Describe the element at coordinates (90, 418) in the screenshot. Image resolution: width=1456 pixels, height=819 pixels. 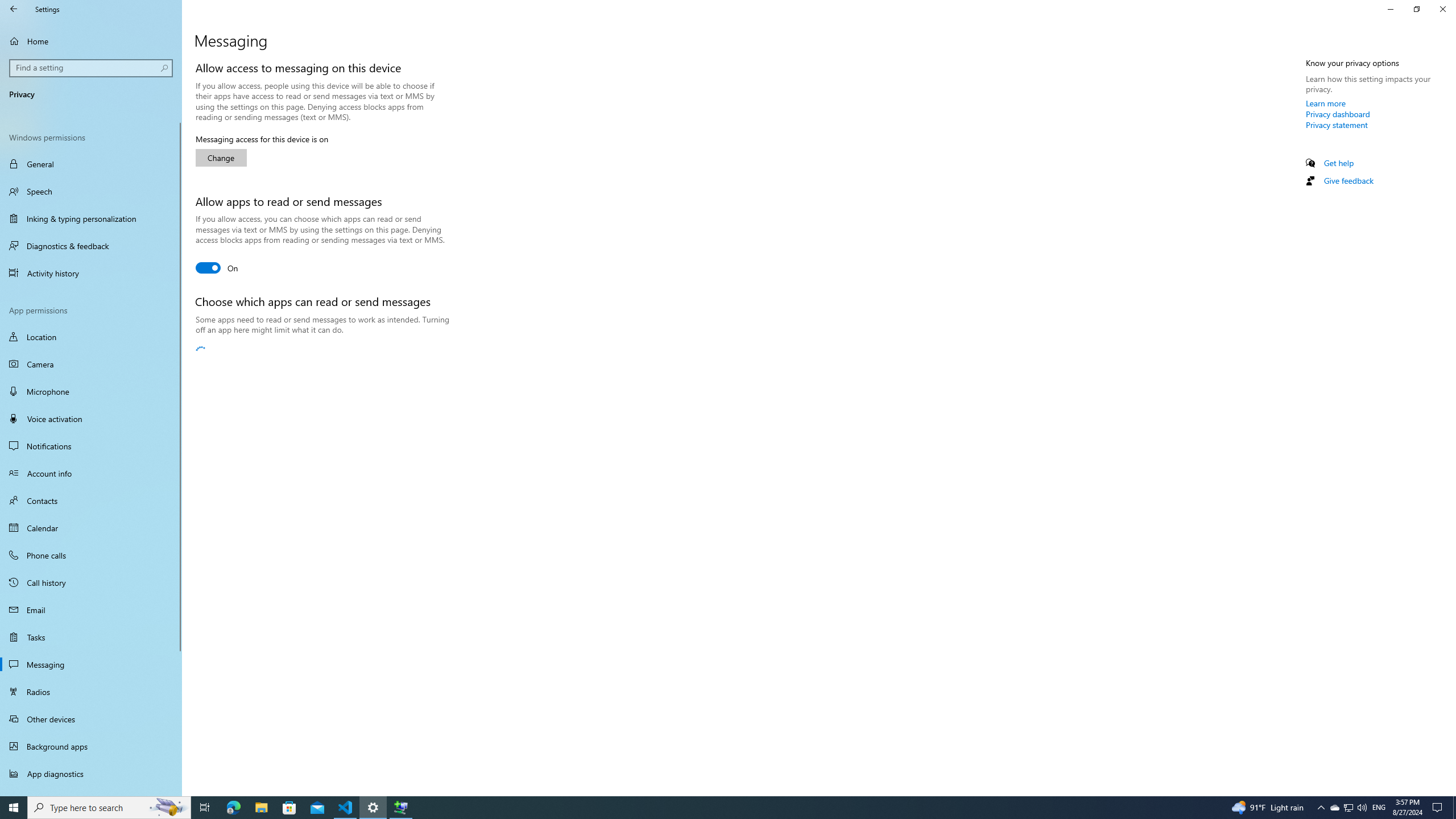
I see `'Voice activation'` at that location.